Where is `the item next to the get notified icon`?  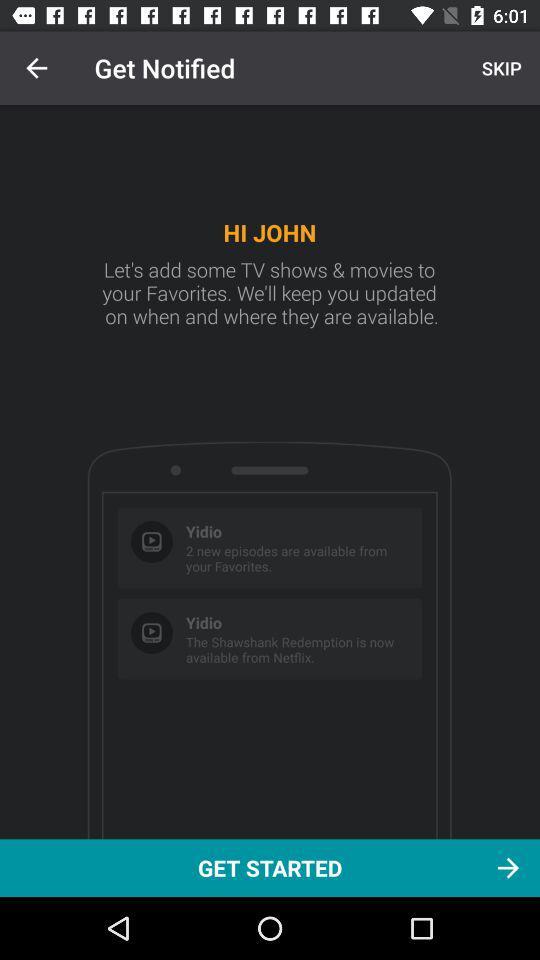 the item next to the get notified icon is located at coordinates (498, 68).